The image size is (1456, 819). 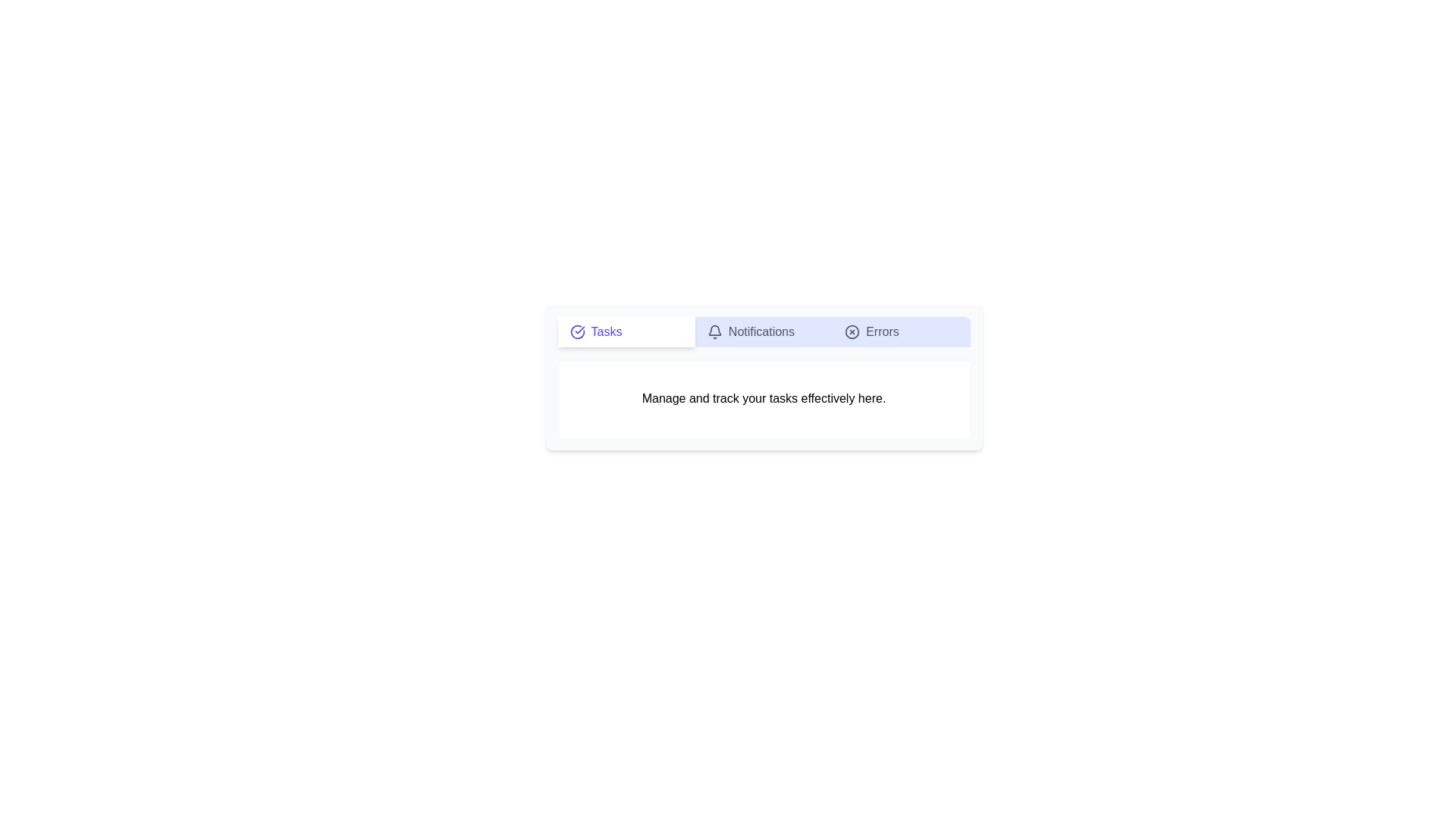 I want to click on the Errors tab by clicking on its button, so click(x=902, y=331).